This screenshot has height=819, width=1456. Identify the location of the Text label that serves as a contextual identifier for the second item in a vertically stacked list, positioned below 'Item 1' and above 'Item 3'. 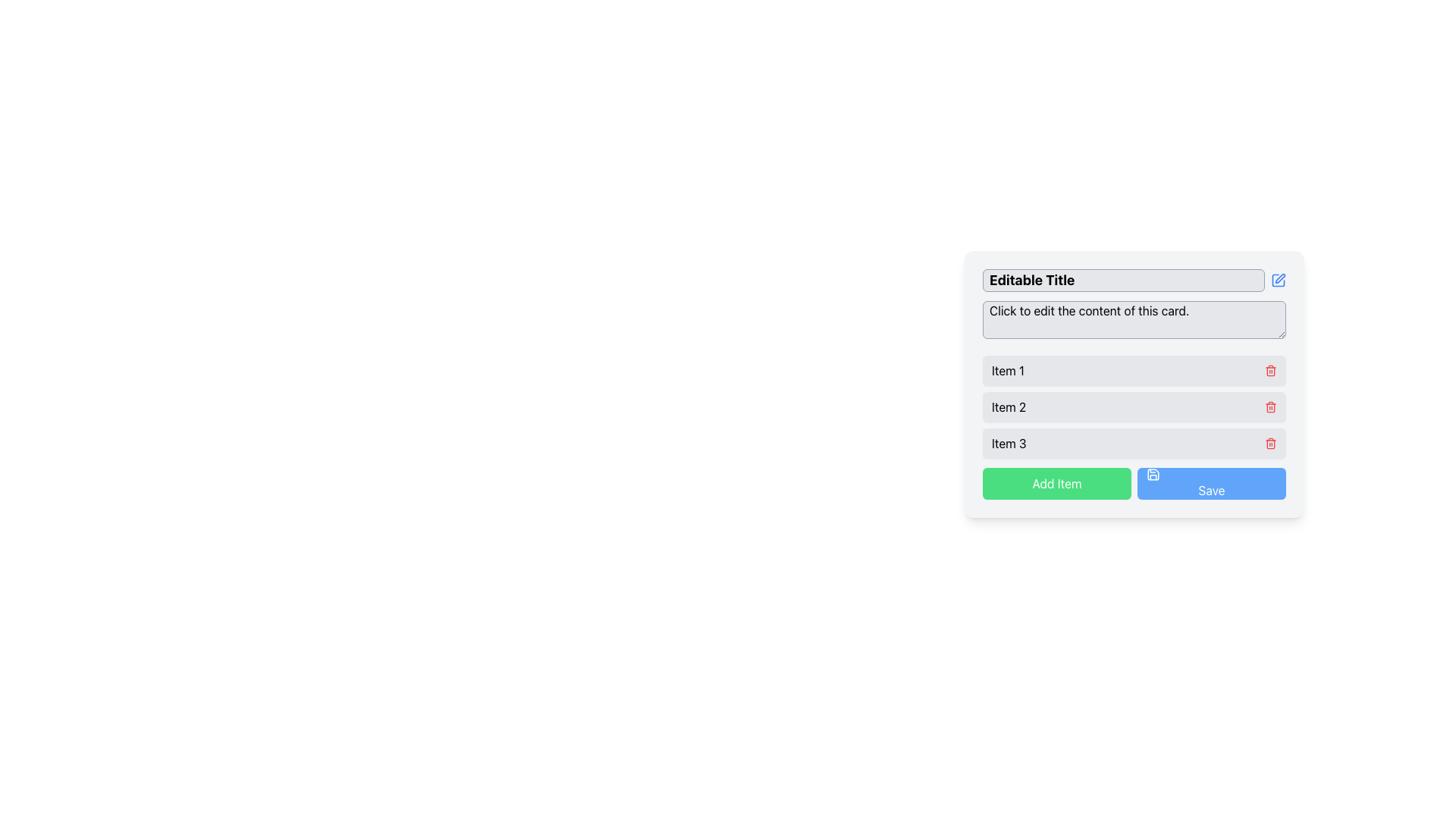
(1009, 406).